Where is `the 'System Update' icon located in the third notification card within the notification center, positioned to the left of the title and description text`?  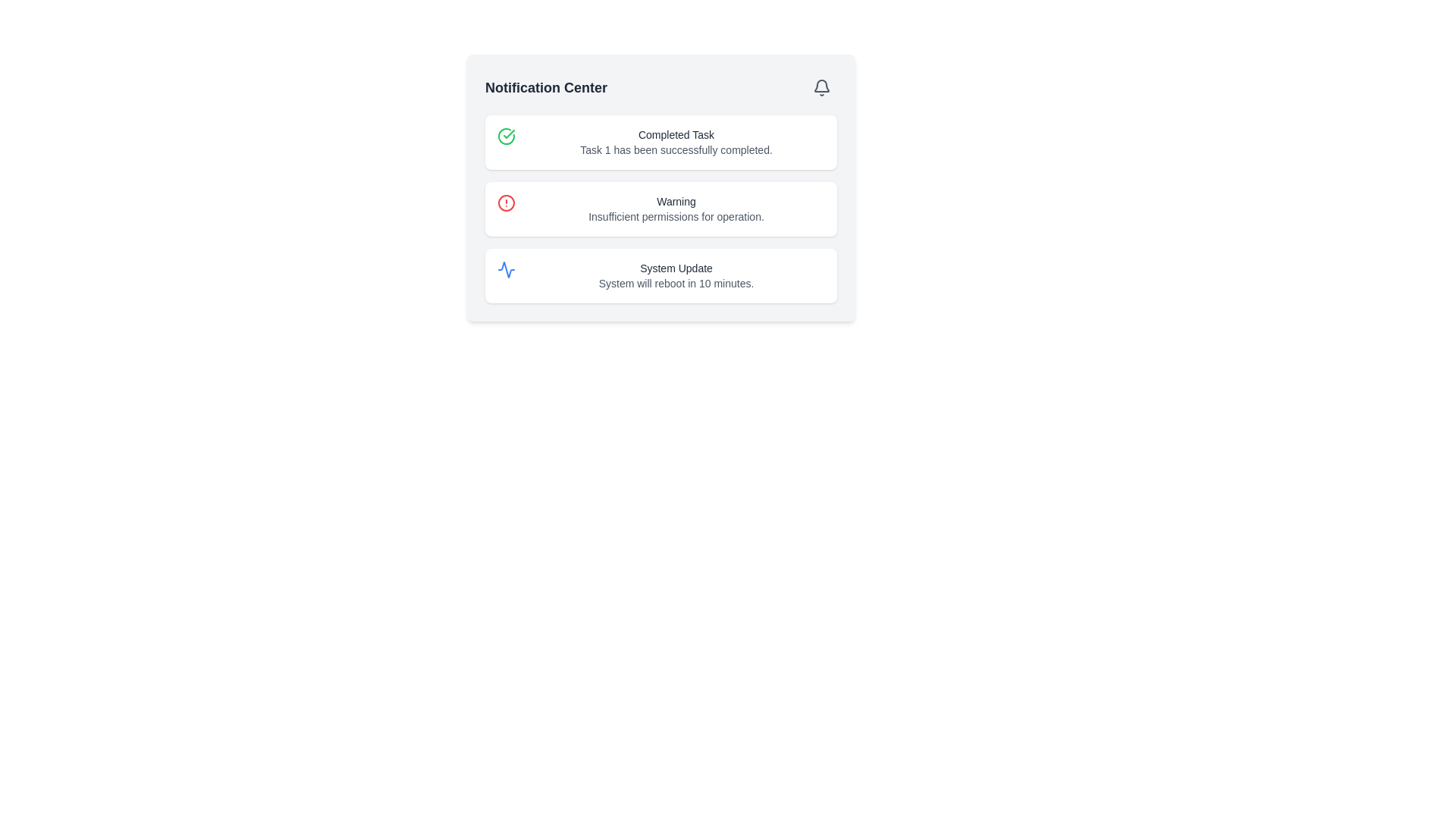 the 'System Update' icon located in the third notification card within the notification center, positioned to the left of the title and description text is located at coordinates (506, 268).